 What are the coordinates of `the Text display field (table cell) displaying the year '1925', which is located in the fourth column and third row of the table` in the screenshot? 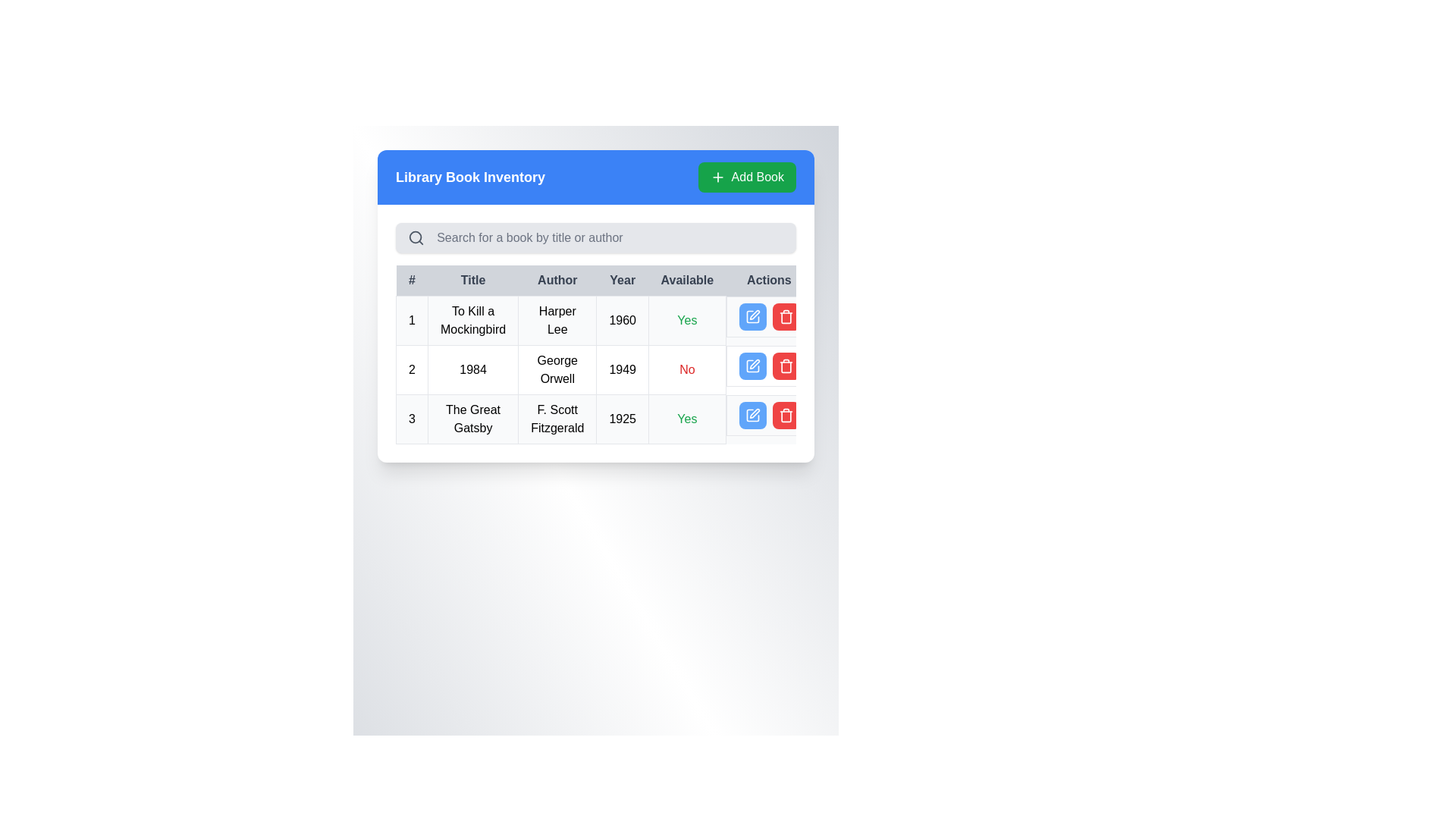 It's located at (623, 419).